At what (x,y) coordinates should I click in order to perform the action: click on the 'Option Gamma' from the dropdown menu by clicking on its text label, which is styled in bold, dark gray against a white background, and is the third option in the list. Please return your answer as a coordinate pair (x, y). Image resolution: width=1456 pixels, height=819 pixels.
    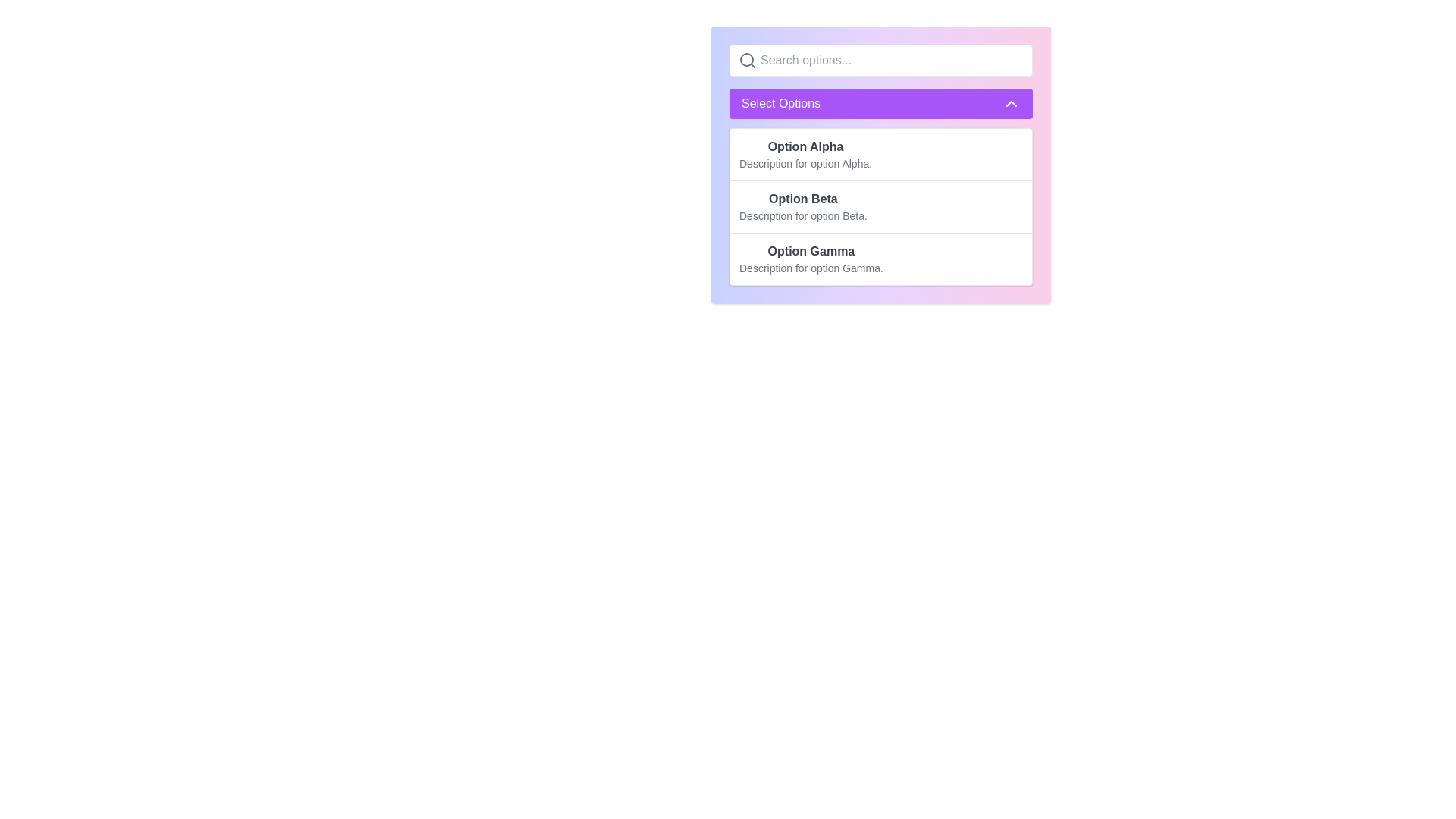
    Looking at the image, I should click on (811, 250).